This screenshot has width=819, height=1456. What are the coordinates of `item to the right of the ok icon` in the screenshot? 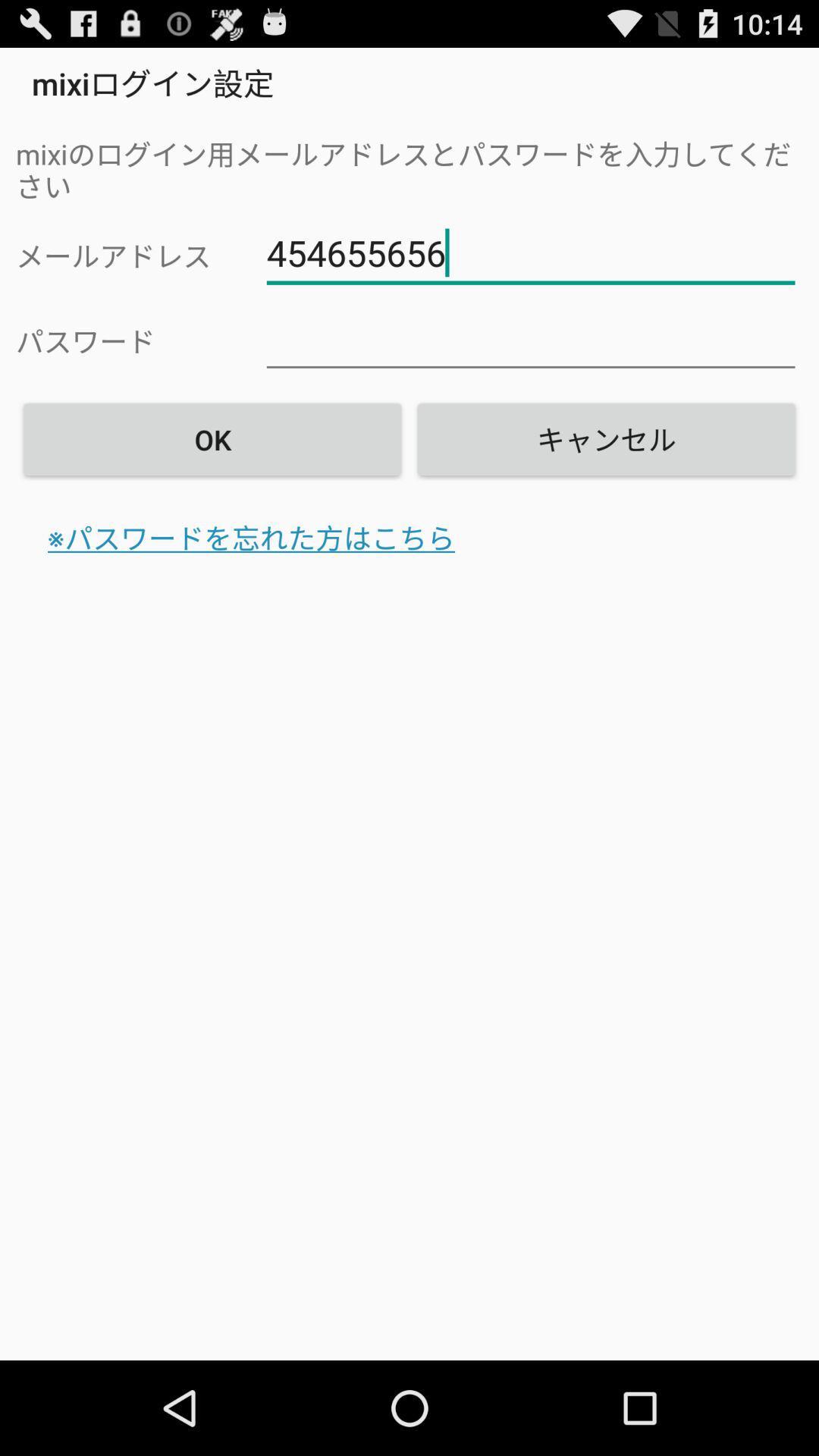 It's located at (605, 438).